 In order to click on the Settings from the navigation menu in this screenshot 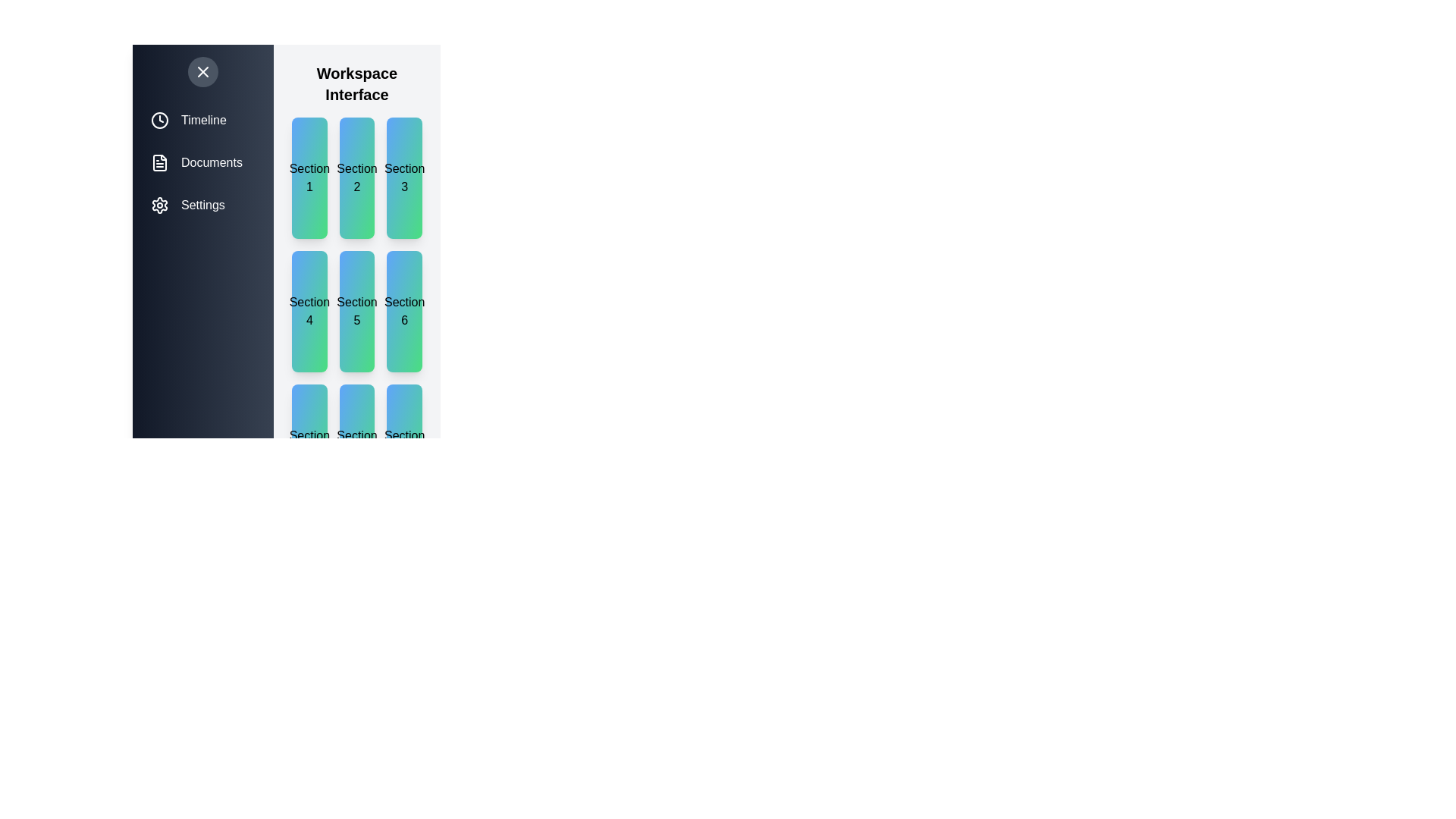, I will do `click(202, 205)`.